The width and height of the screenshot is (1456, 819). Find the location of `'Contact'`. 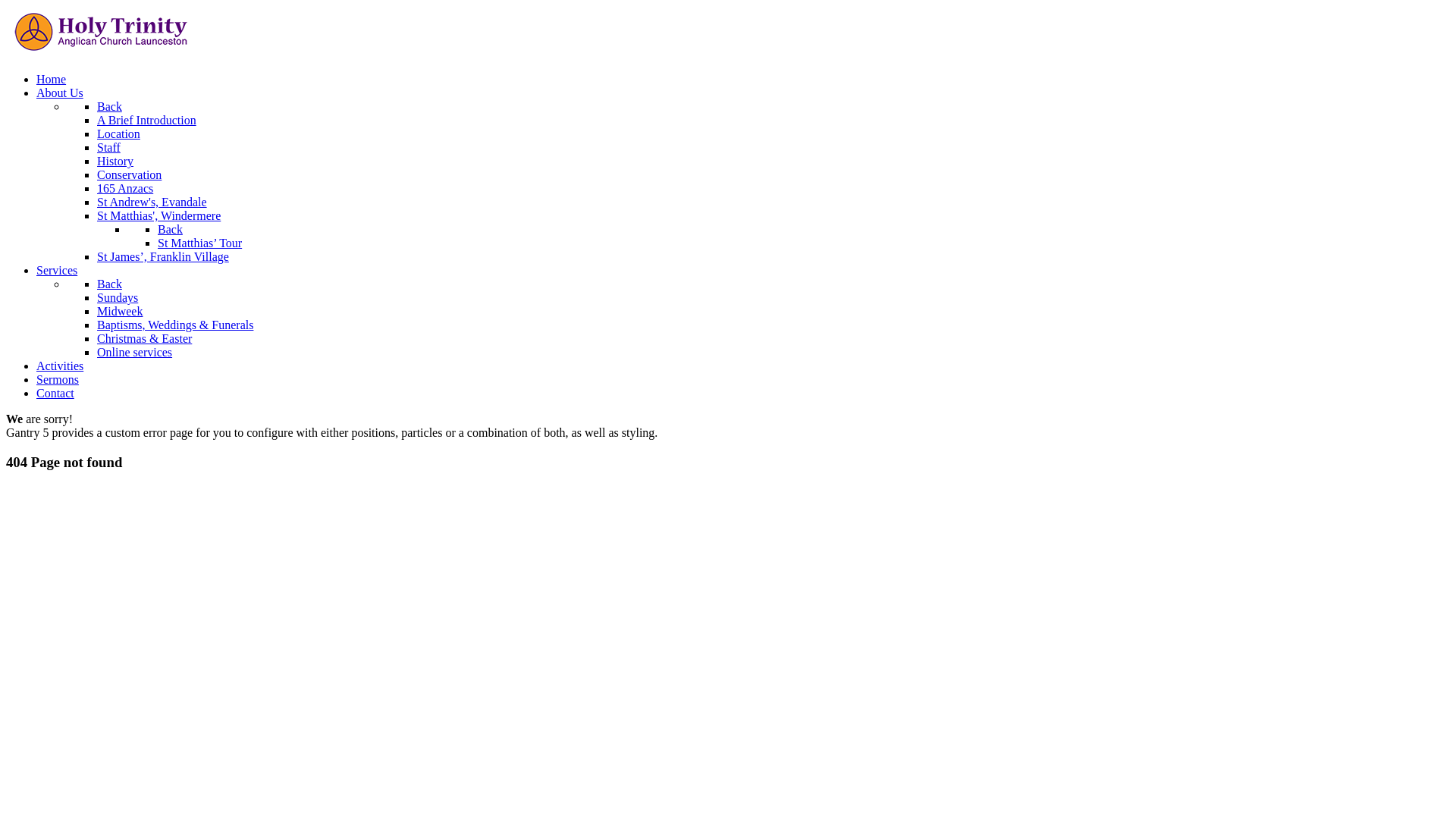

'Contact' is located at coordinates (55, 392).